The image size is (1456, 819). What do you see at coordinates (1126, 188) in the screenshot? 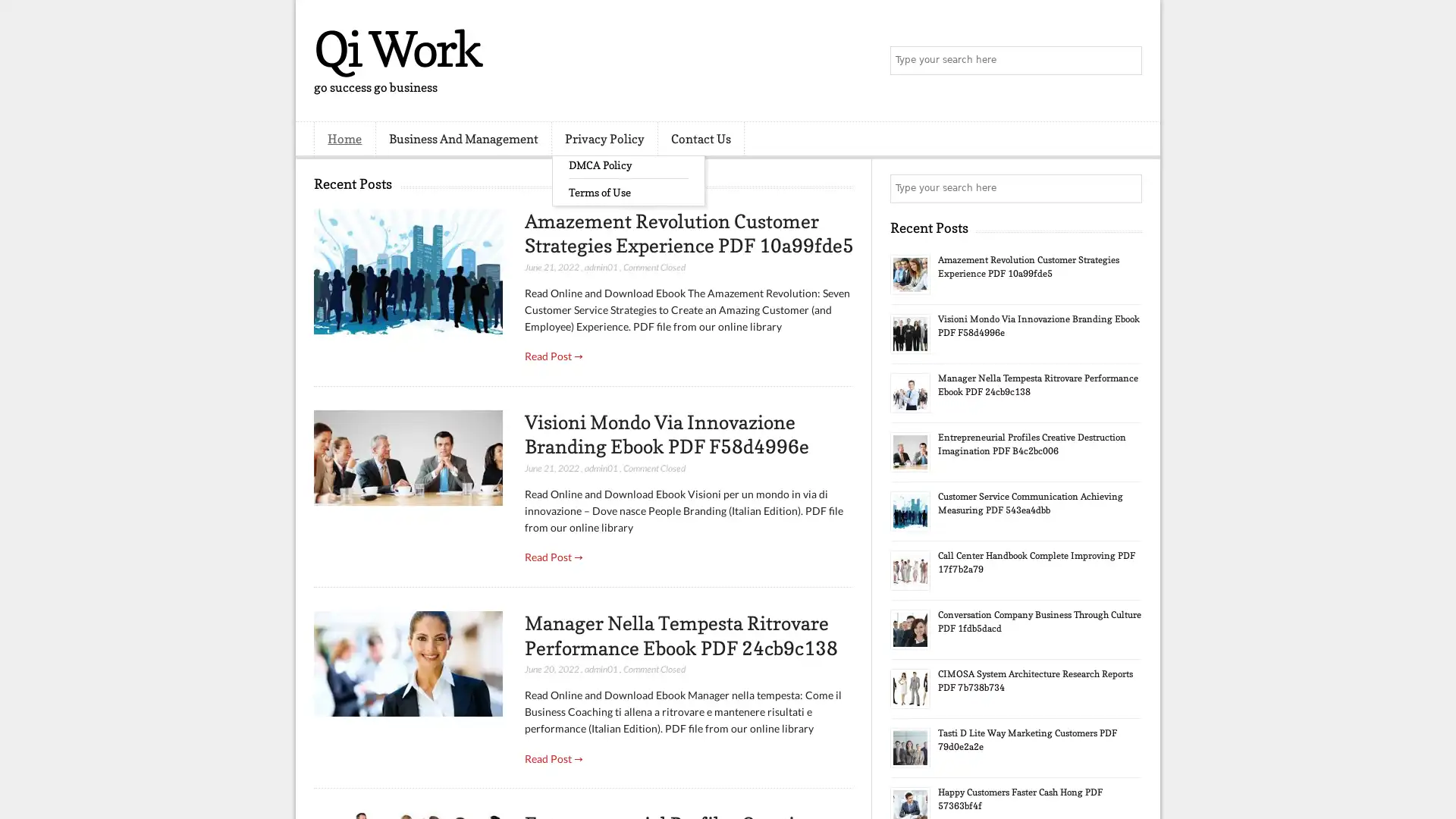
I see `Search` at bounding box center [1126, 188].